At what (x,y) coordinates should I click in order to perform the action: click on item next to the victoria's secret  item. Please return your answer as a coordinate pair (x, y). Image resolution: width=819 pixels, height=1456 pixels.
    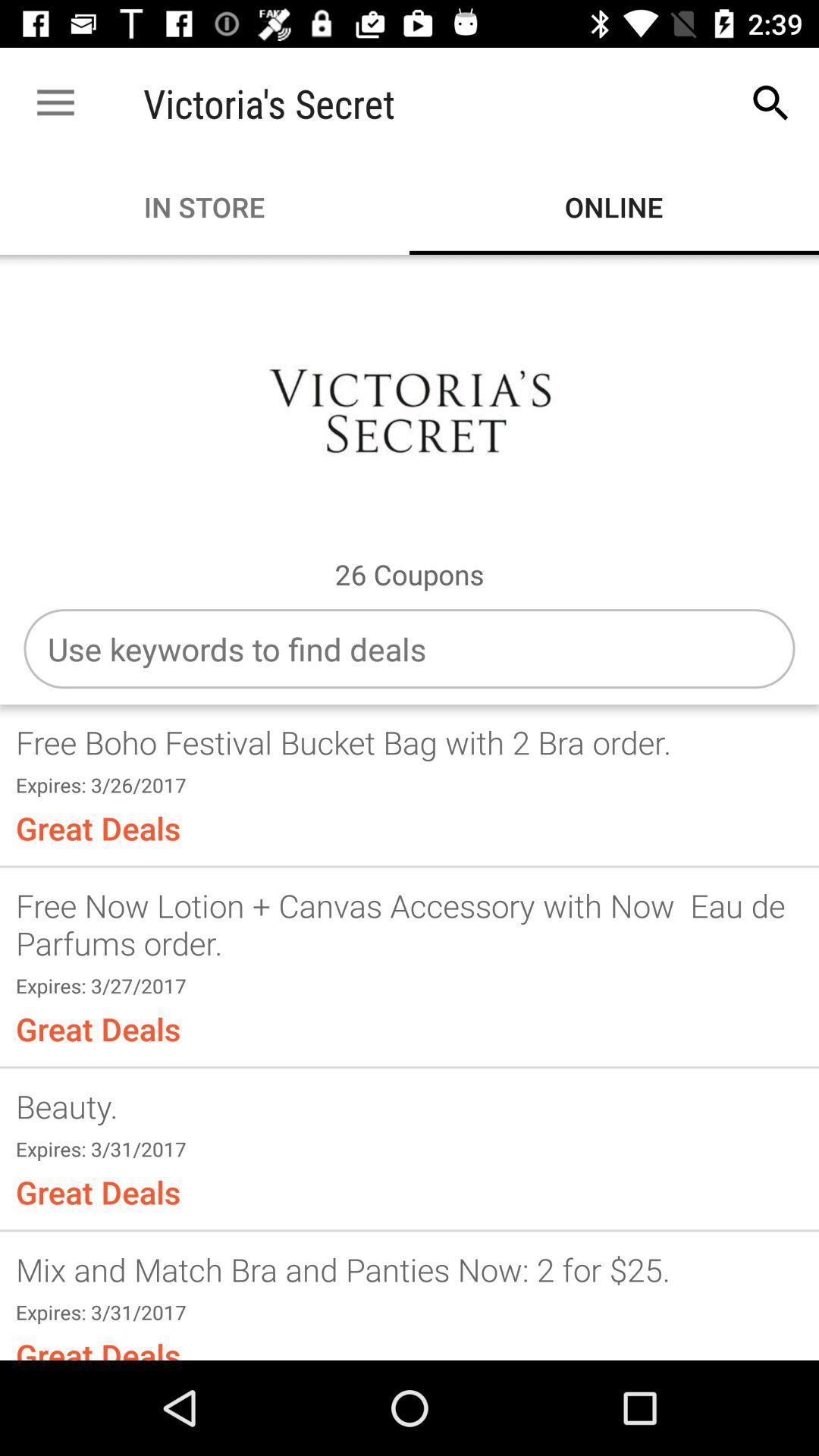
    Looking at the image, I should click on (55, 102).